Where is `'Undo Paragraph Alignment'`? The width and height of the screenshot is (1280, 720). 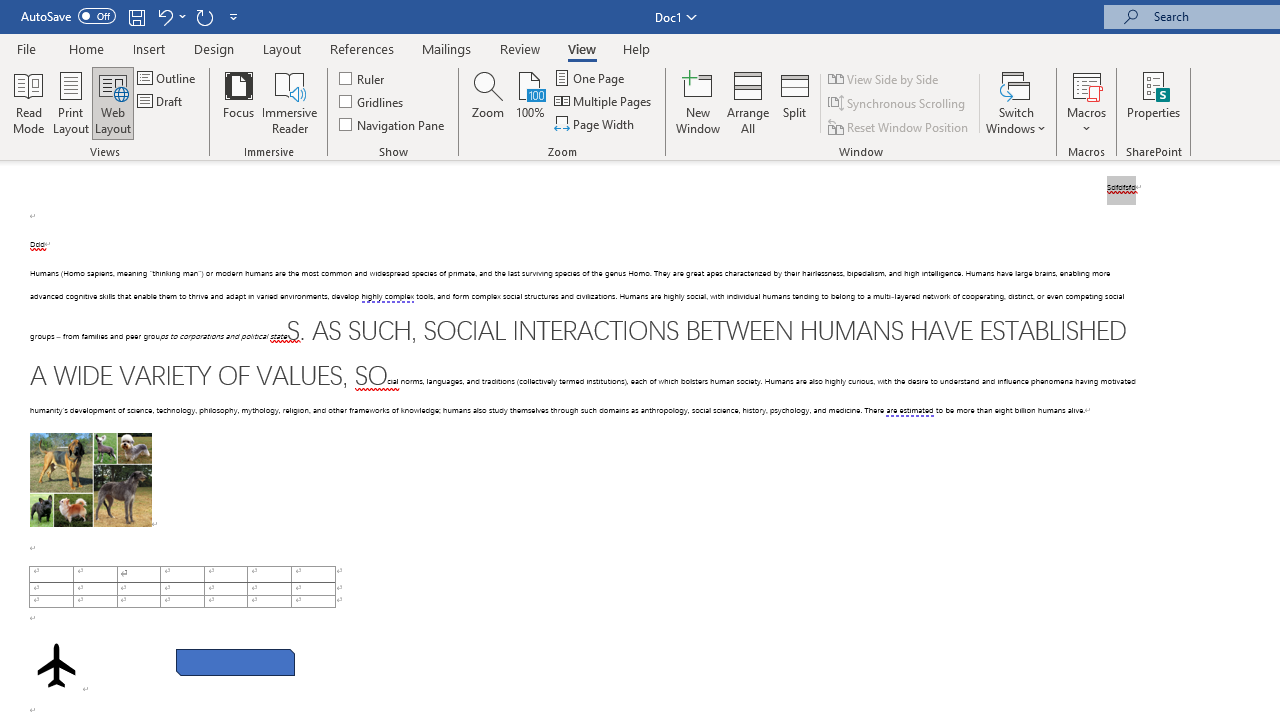 'Undo Paragraph Alignment' is located at coordinates (170, 16).